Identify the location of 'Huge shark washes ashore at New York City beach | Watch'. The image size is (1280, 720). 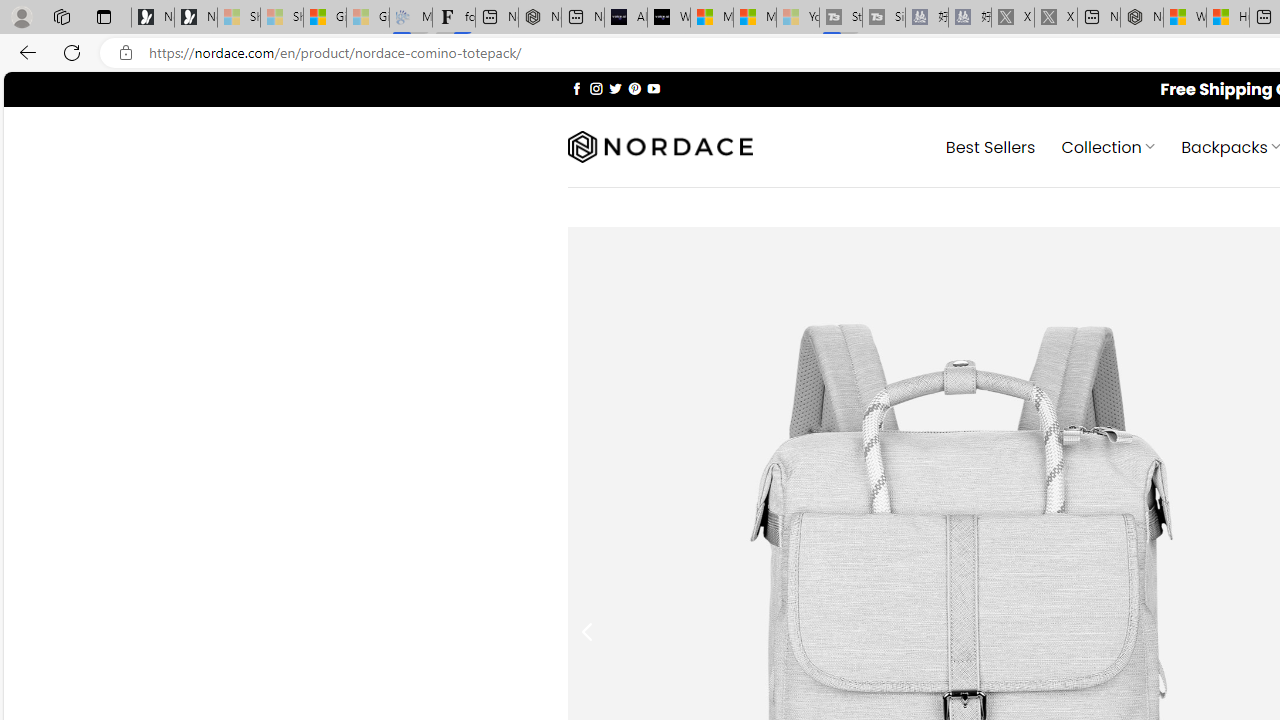
(1227, 17).